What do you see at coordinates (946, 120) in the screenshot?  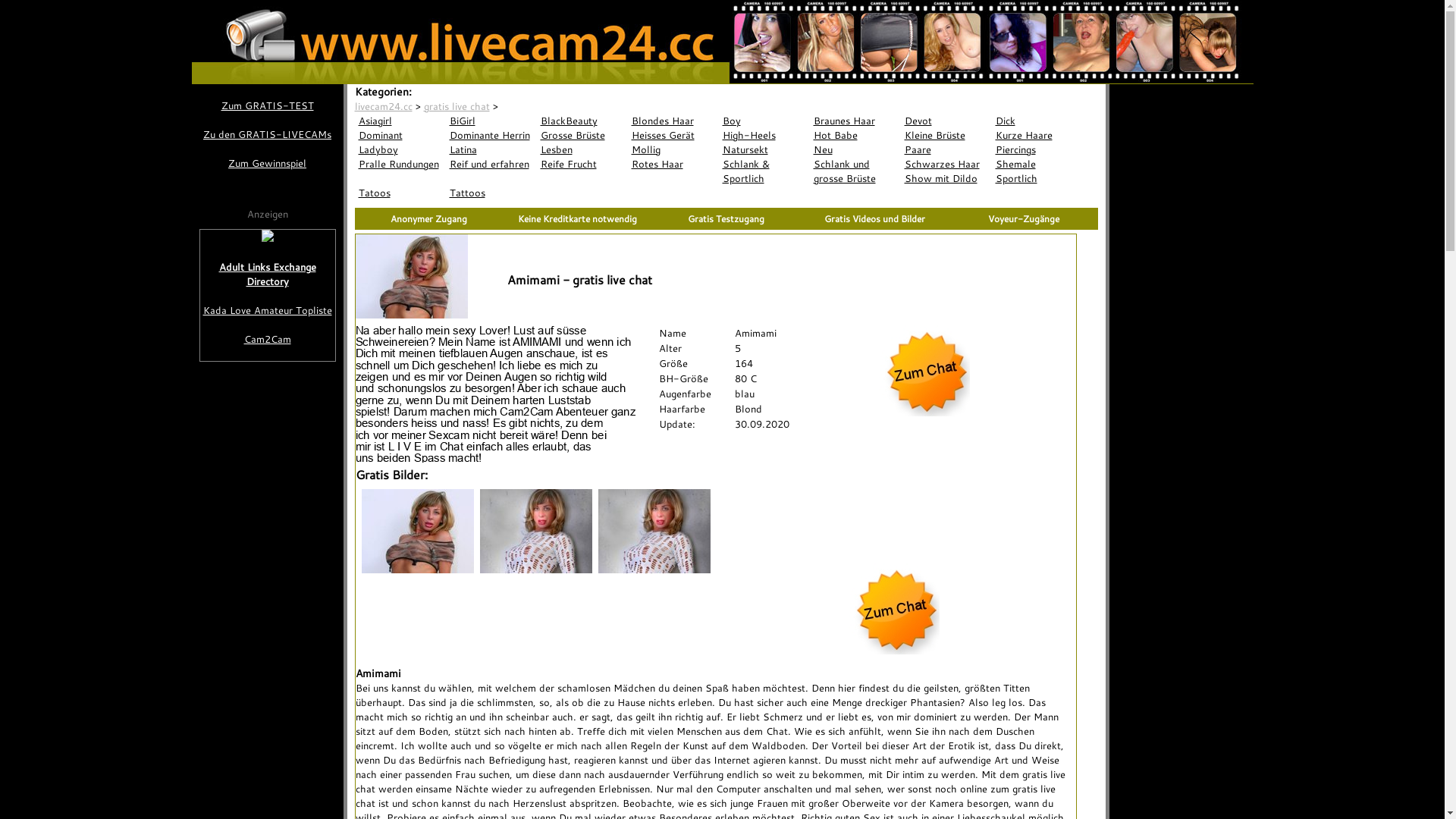 I see `'Devot'` at bounding box center [946, 120].